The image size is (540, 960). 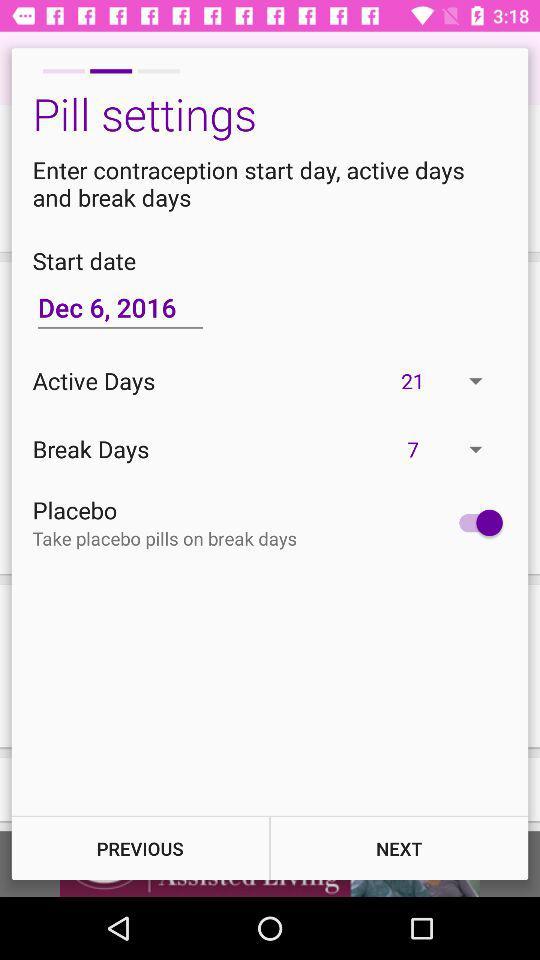 I want to click on turn on, so click(x=475, y=521).